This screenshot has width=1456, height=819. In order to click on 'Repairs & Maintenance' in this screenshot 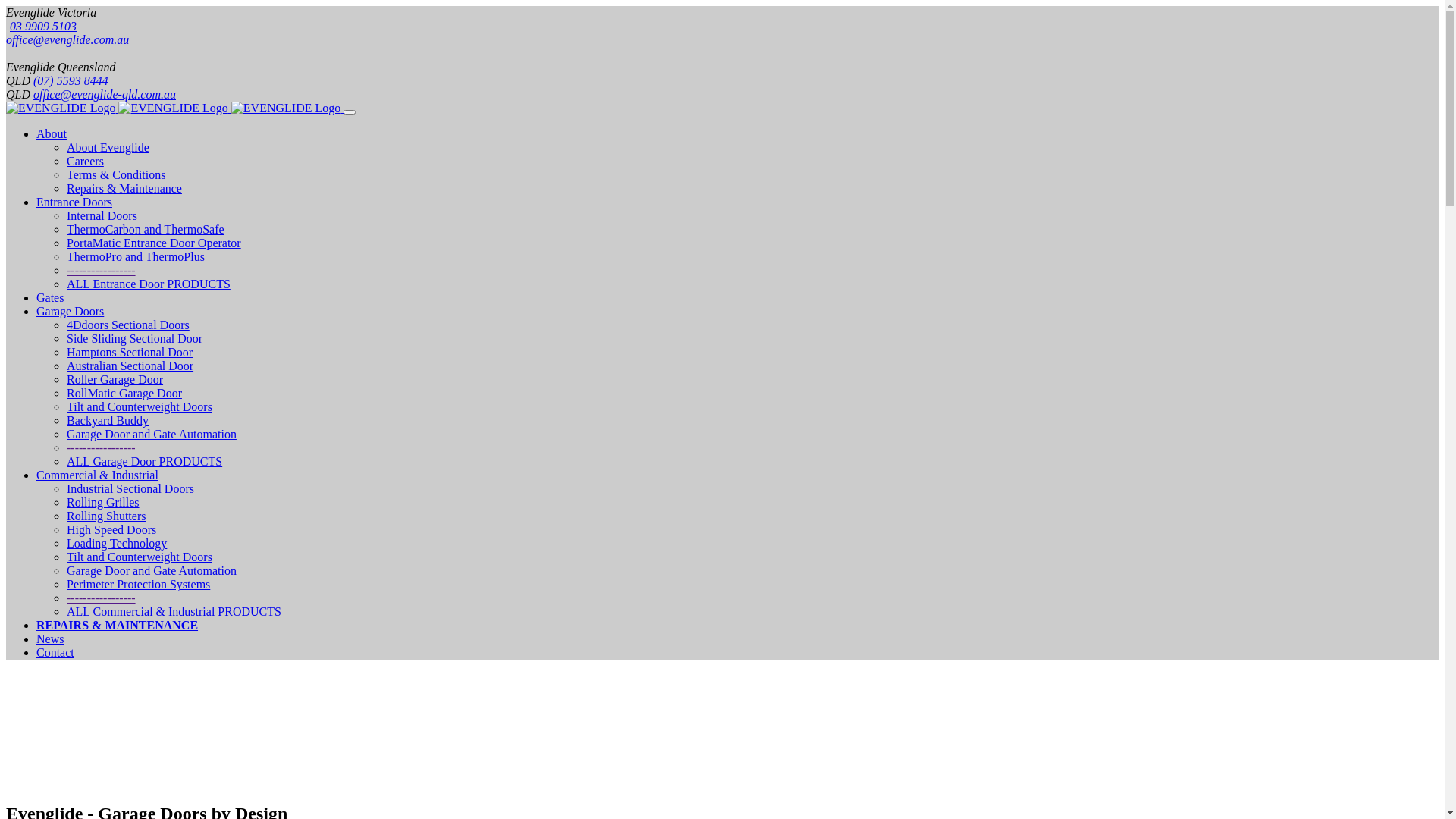, I will do `click(124, 187)`.